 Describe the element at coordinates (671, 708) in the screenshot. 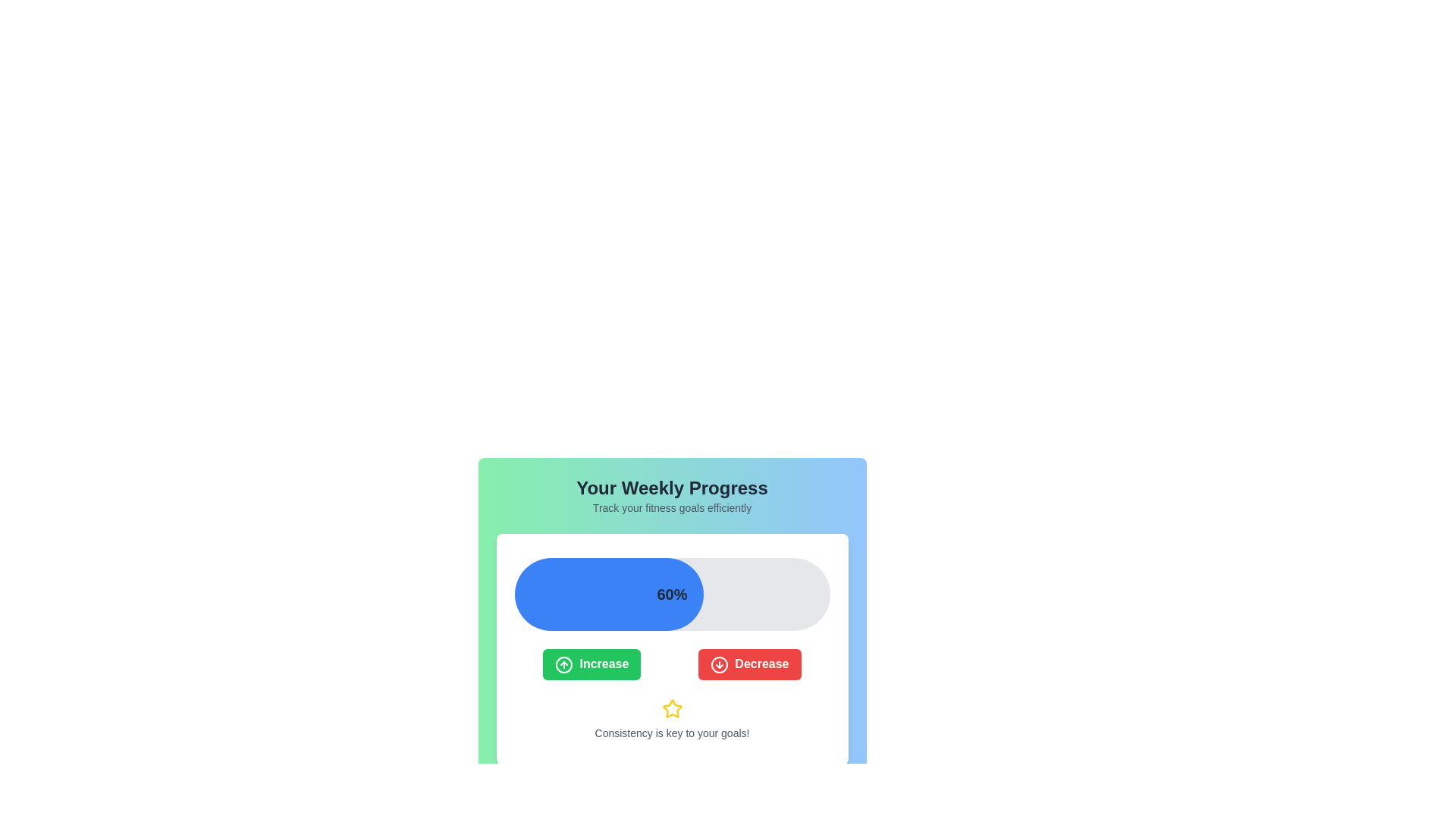

I see `the star-shaped icon with a yellow fill and black outline, located below the 'Increase' and 'Decrease' buttons and above the text 'Consistency is key to your goals!'` at that location.